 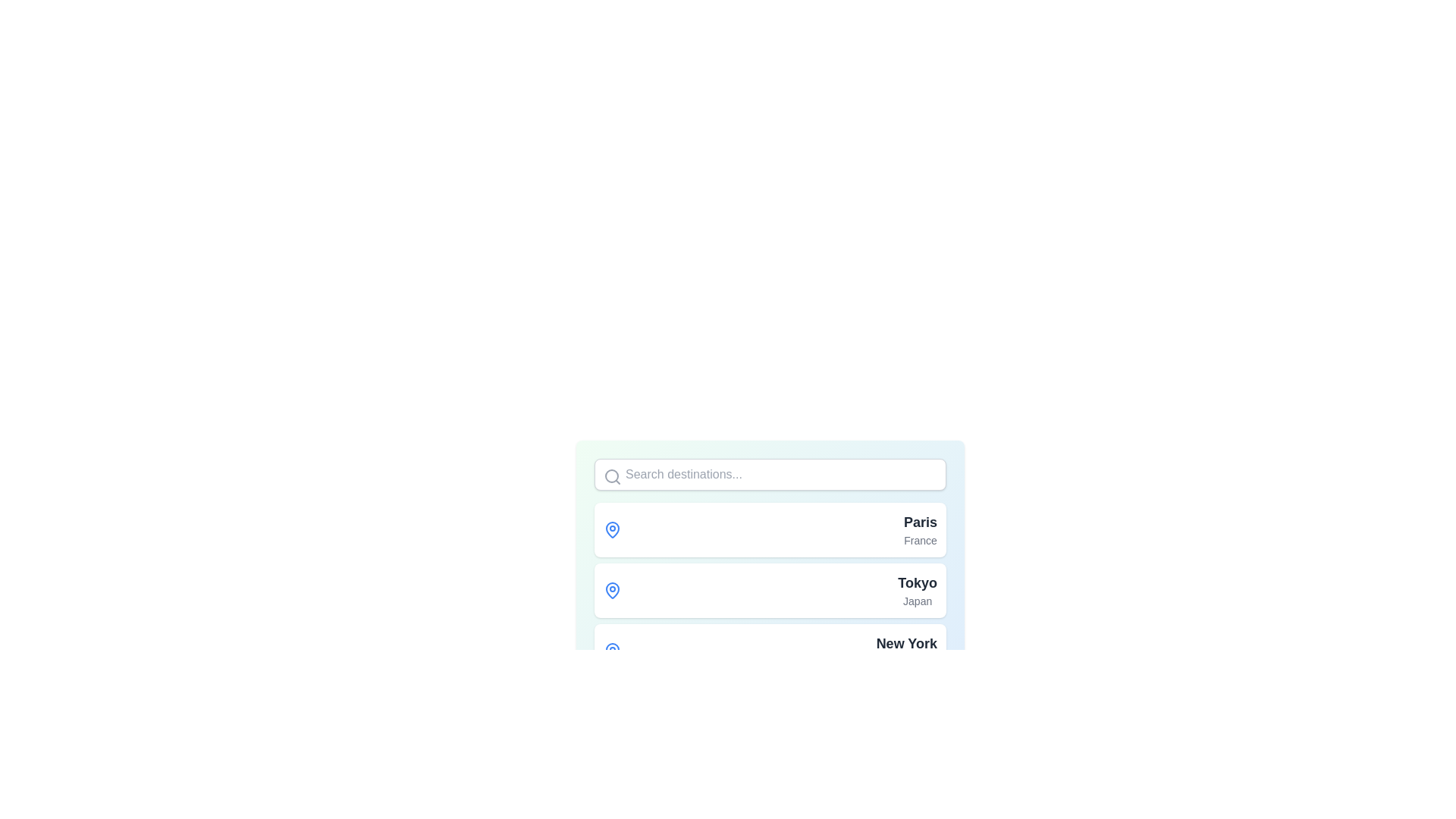 I want to click on the text label displaying 'Japan', which is located directly below the heading 'Tokyo' in a smaller gray font within the list of destinations, so click(x=917, y=601).